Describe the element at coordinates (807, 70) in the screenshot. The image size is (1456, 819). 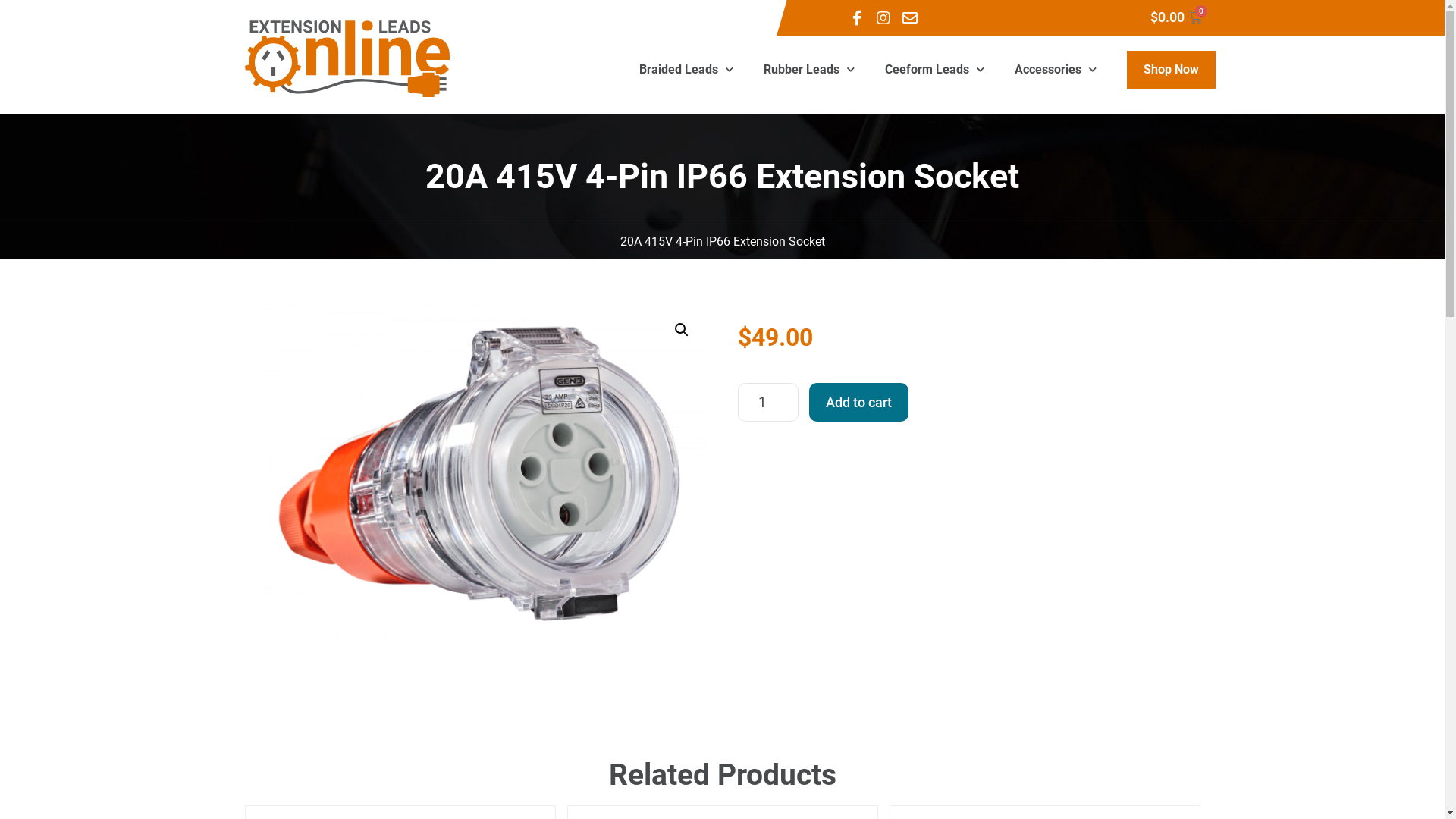
I see `'Rubber Leads'` at that location.